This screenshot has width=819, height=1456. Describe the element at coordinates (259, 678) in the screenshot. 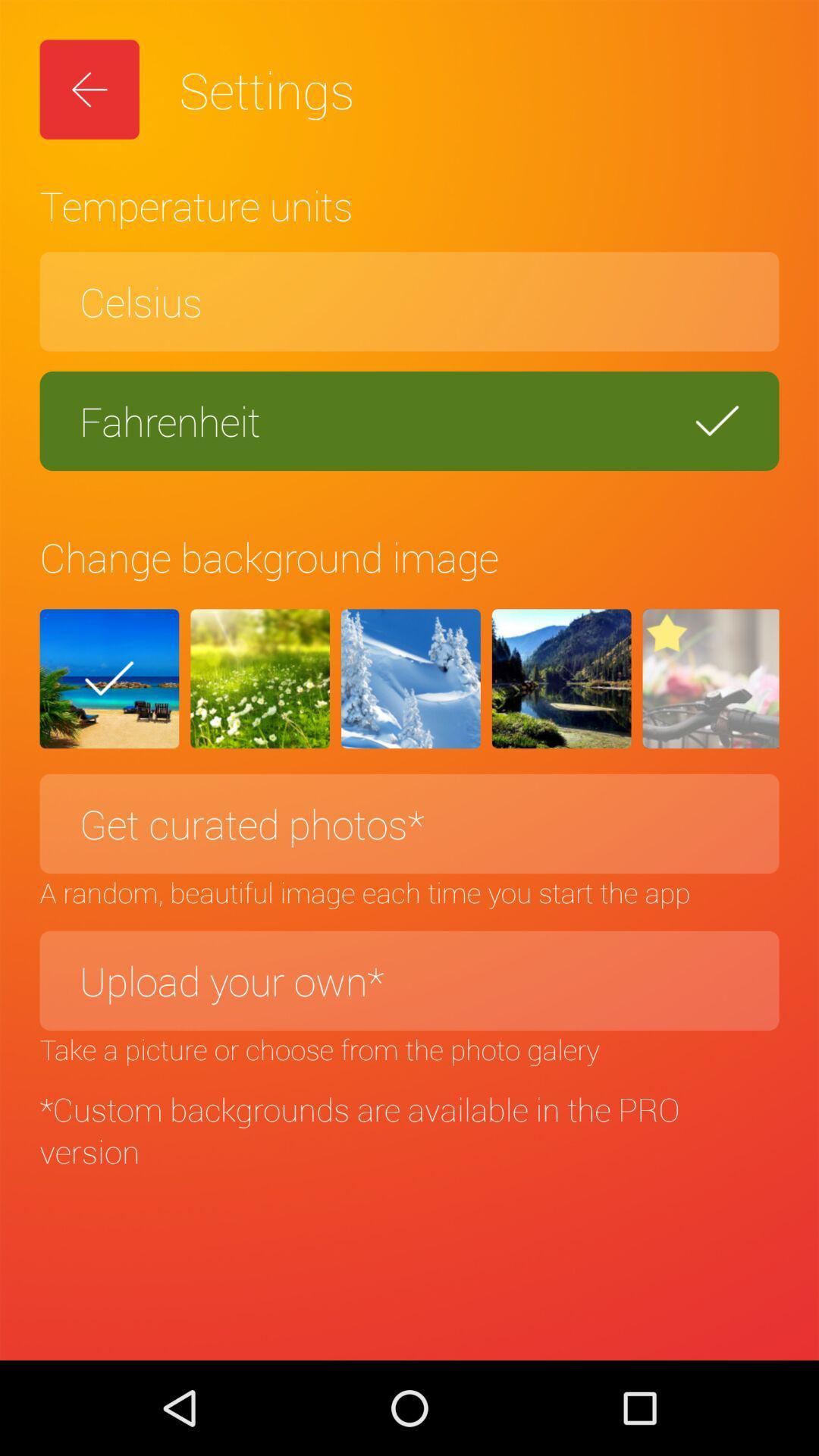

I see `icon above the get curated photos*` at that location.